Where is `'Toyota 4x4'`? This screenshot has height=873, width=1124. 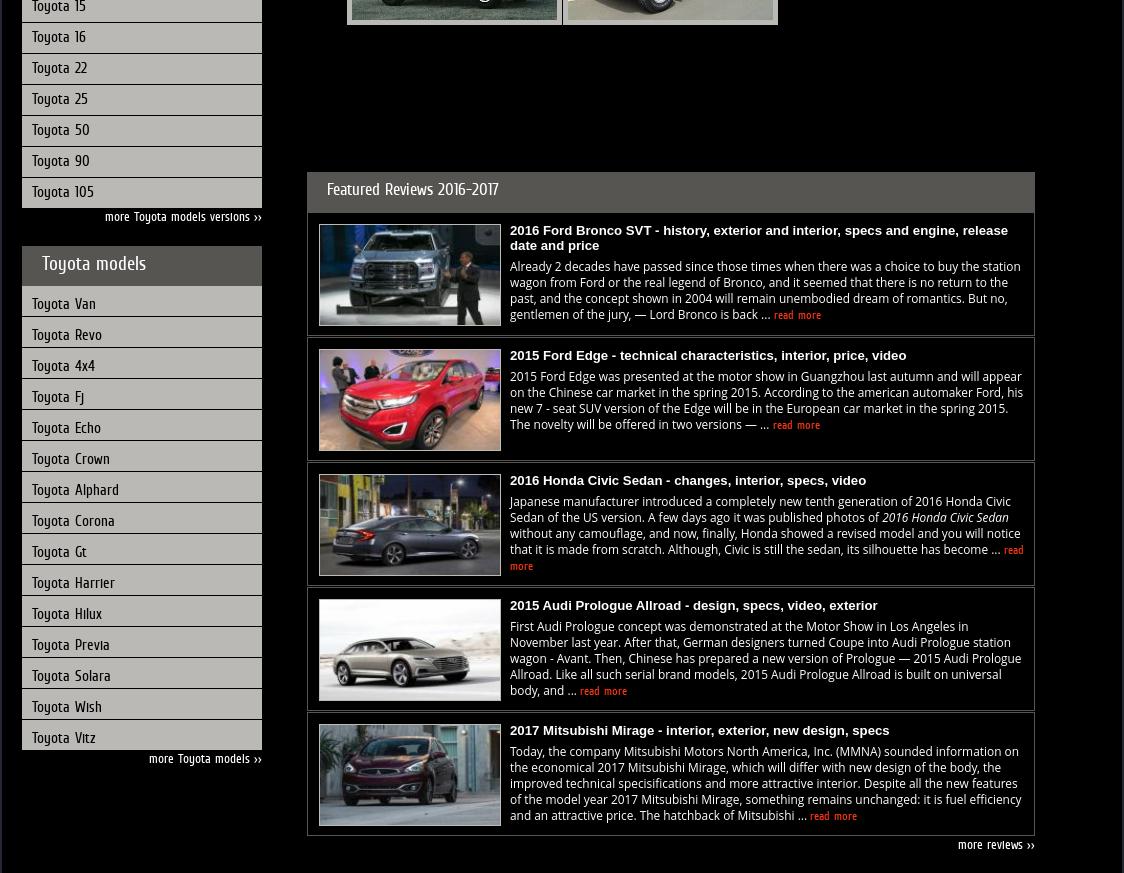
'Toyota 4x4' is located at coordinates (31, 364).